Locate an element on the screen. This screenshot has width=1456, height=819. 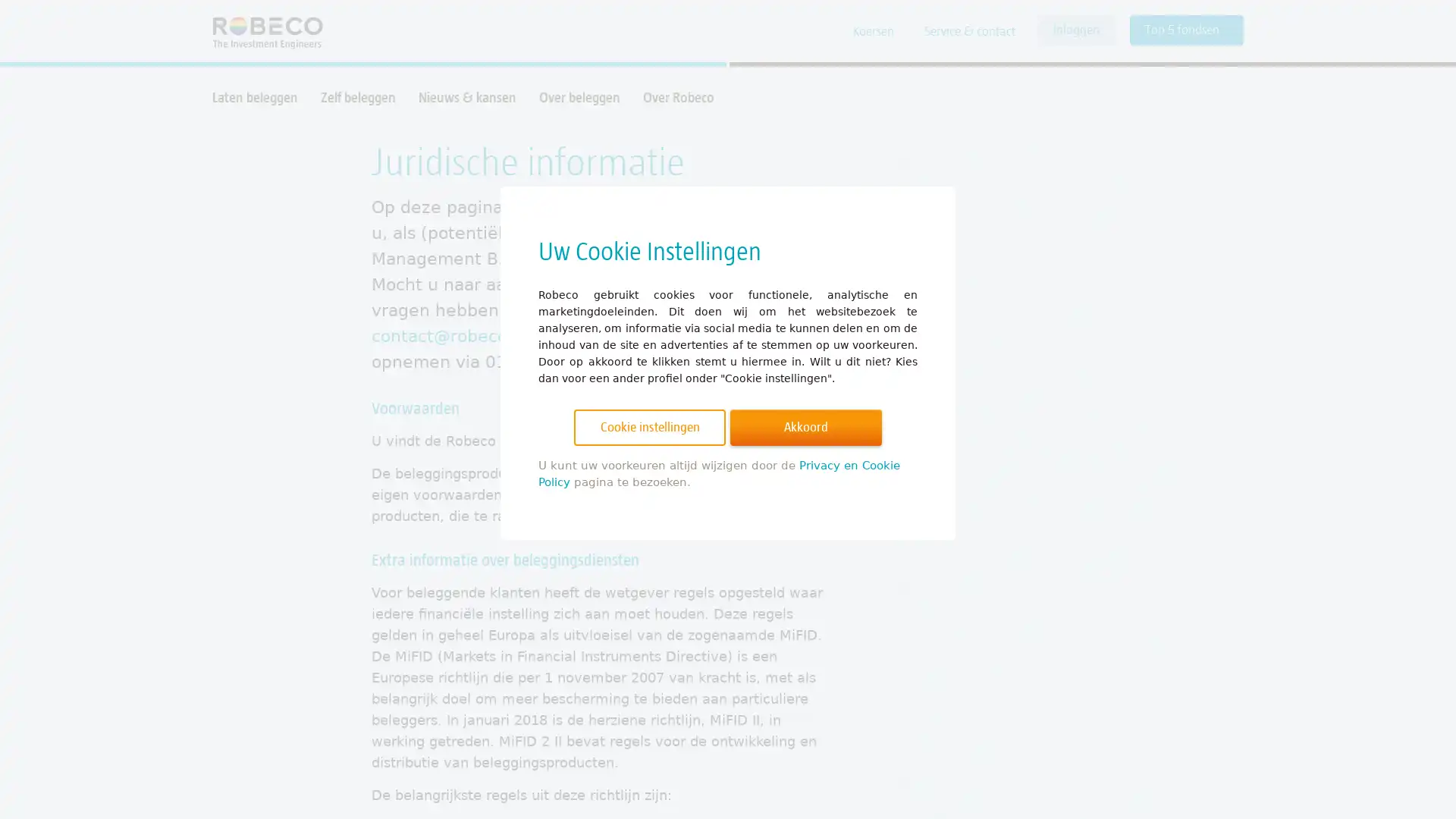
Over Robeco is located at coordinates (677, 97).